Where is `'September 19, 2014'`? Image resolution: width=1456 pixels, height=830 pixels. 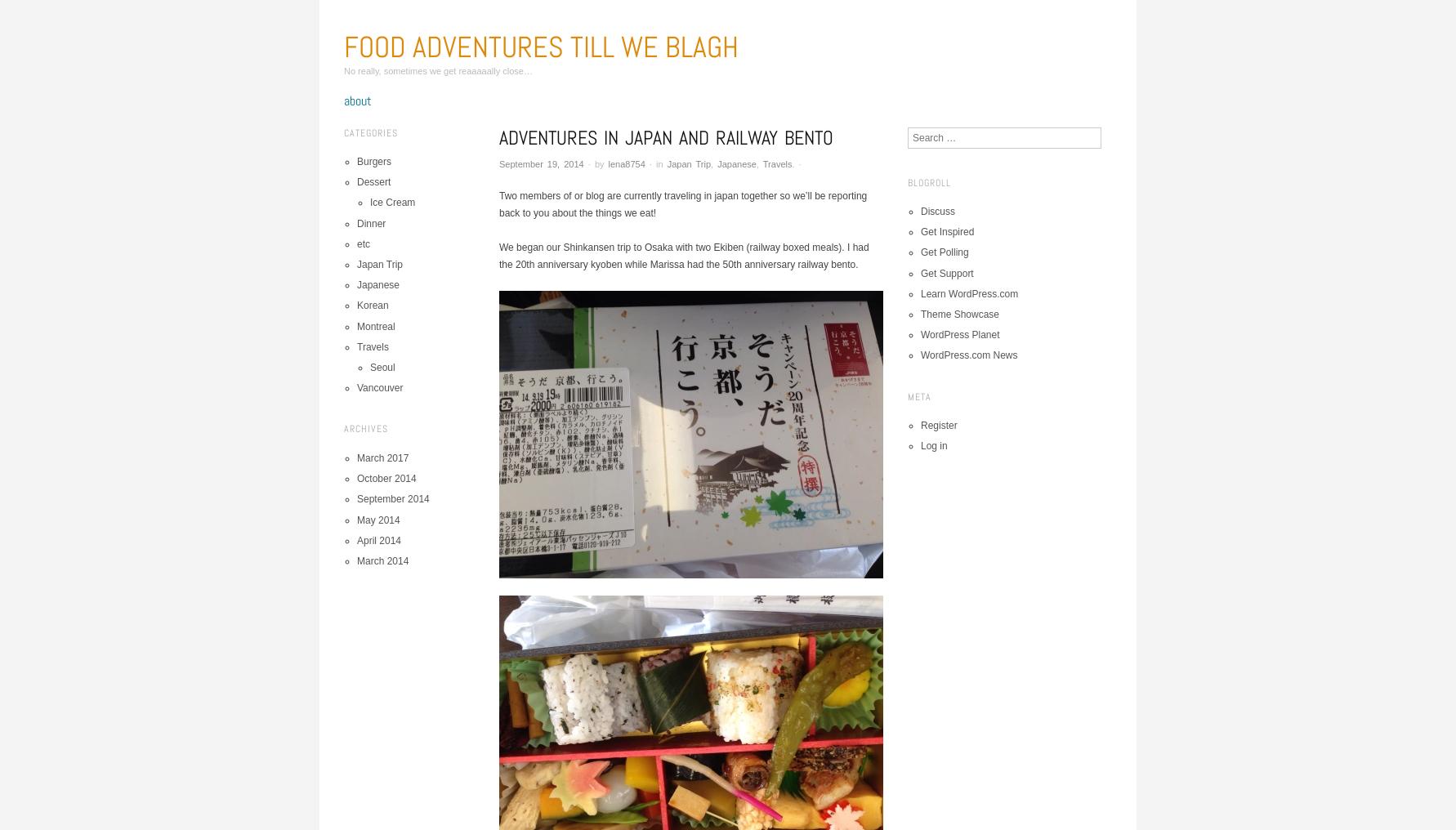 'September 19, 2014' is located at coordinates (540, 163).